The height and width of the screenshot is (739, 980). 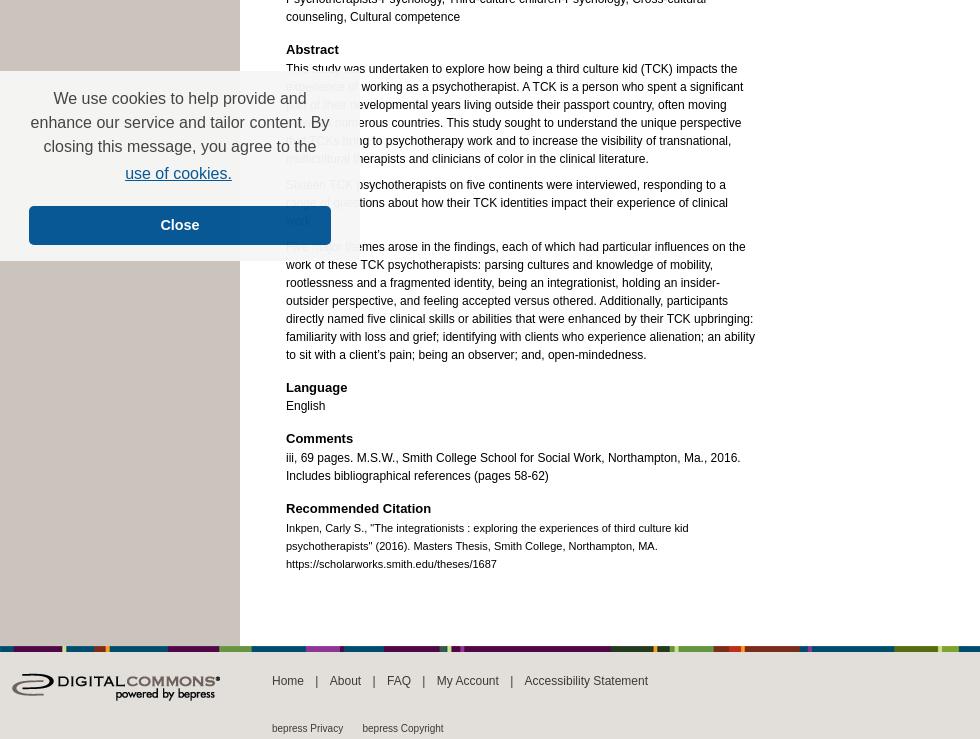 What do you see at coordinates (288, 679) in the screenshot?
I see `'Home'` at bounding box center [288, 679].